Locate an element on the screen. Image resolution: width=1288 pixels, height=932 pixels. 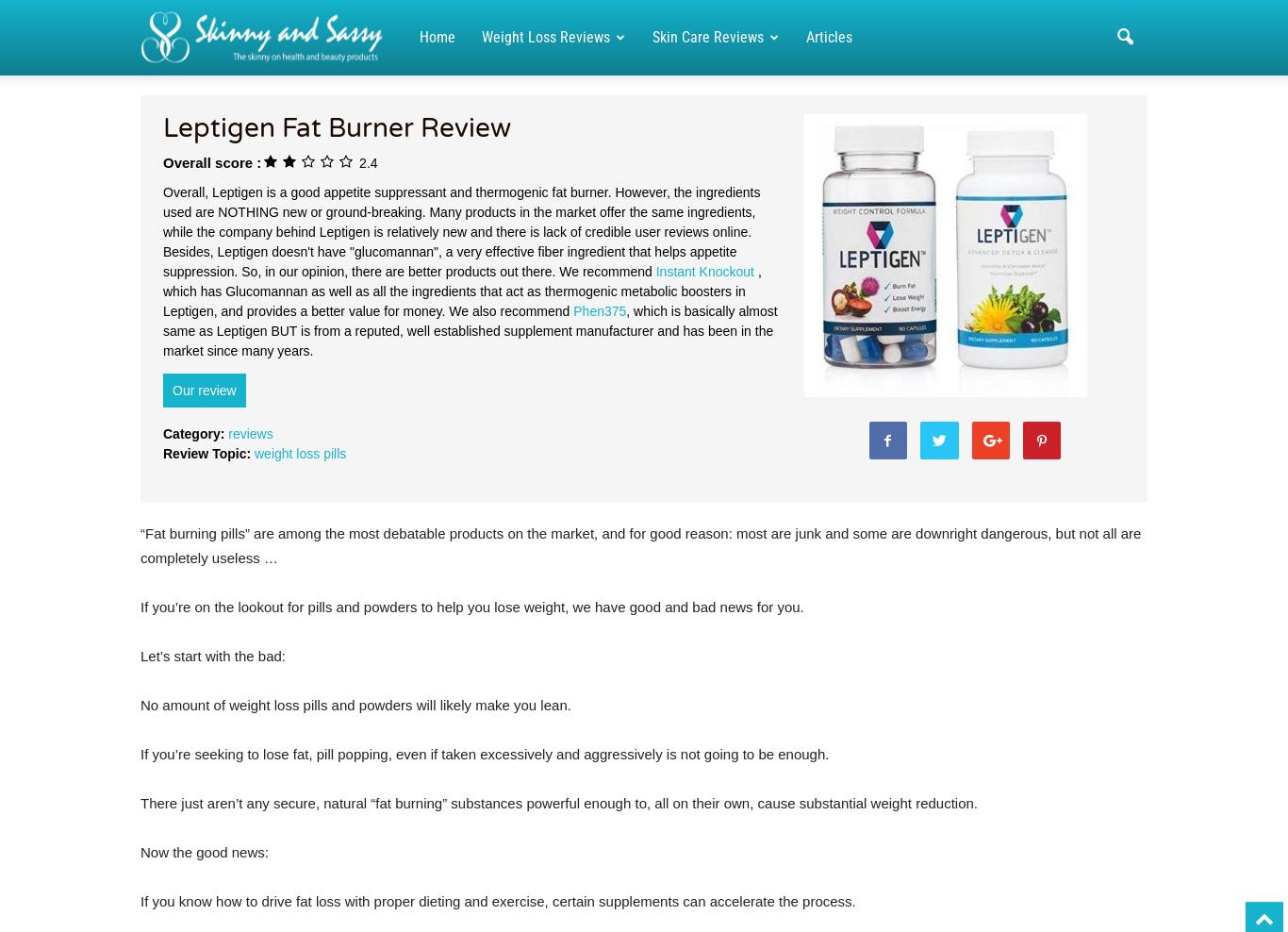
'weight loss pills' is located at coordinates (300, 453).